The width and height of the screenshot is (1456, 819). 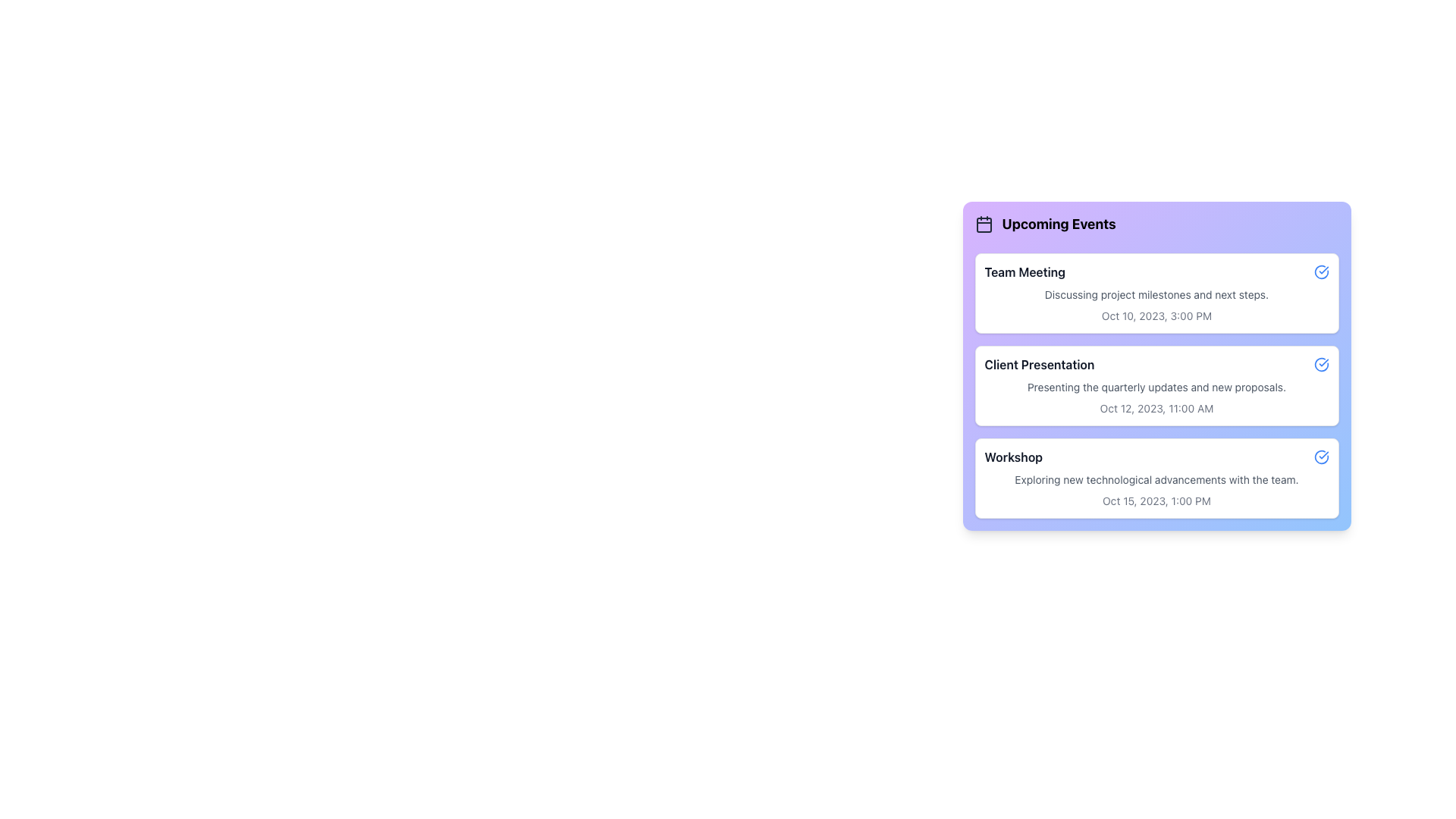 What do you see at coordinates (1320, 271) in the screenshot?
I see `the small blue icon with a checkmark inside it located at the top-right corner of the 'Team Meeting' card in the 'Upcoming Events' section to change its color` at bounding box center [1320, 271].